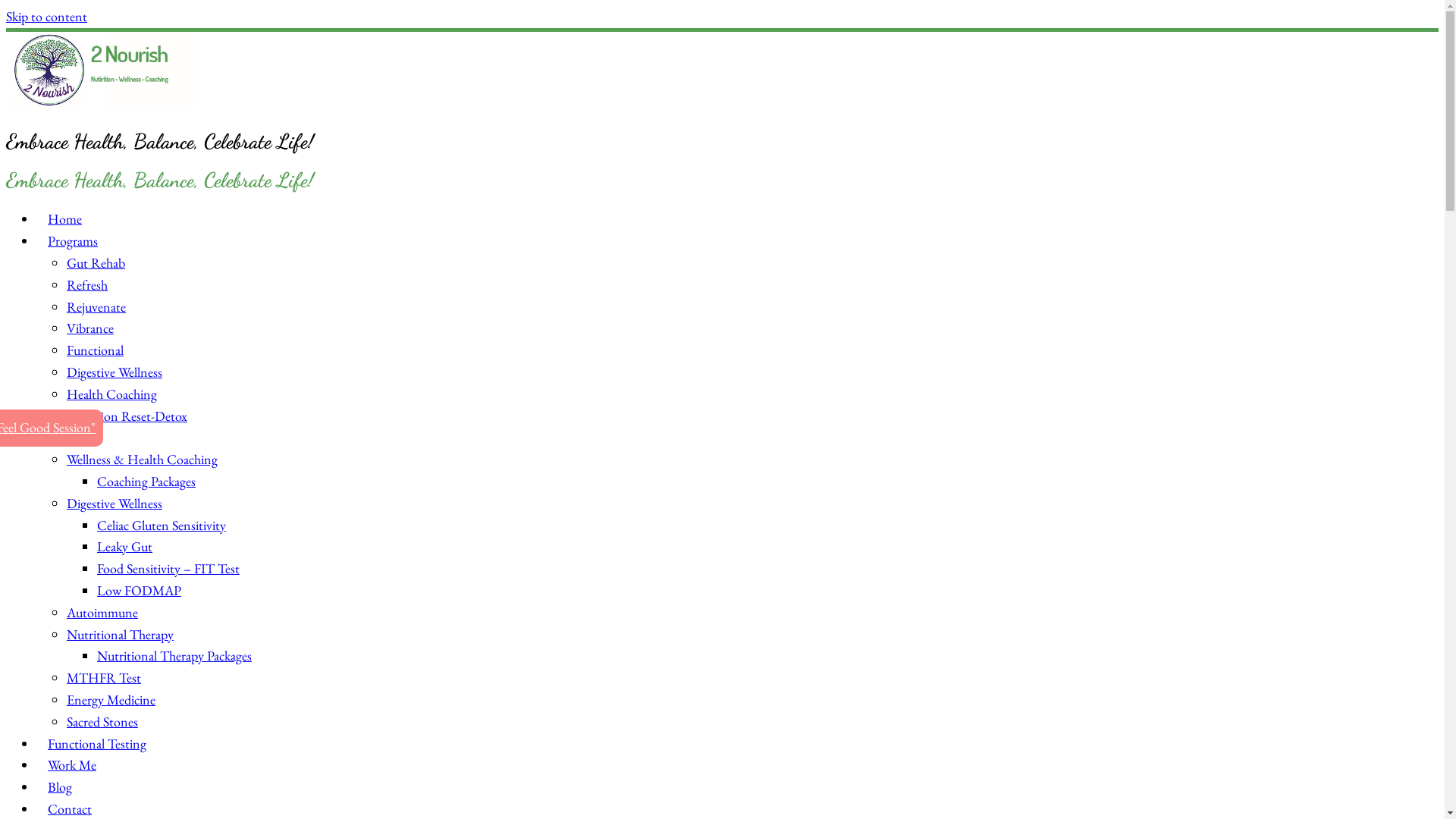 The image size is (1456, 819). Describe the element at coordinates (72, 240) in the screenshot. I see `'Programs'` at that location.